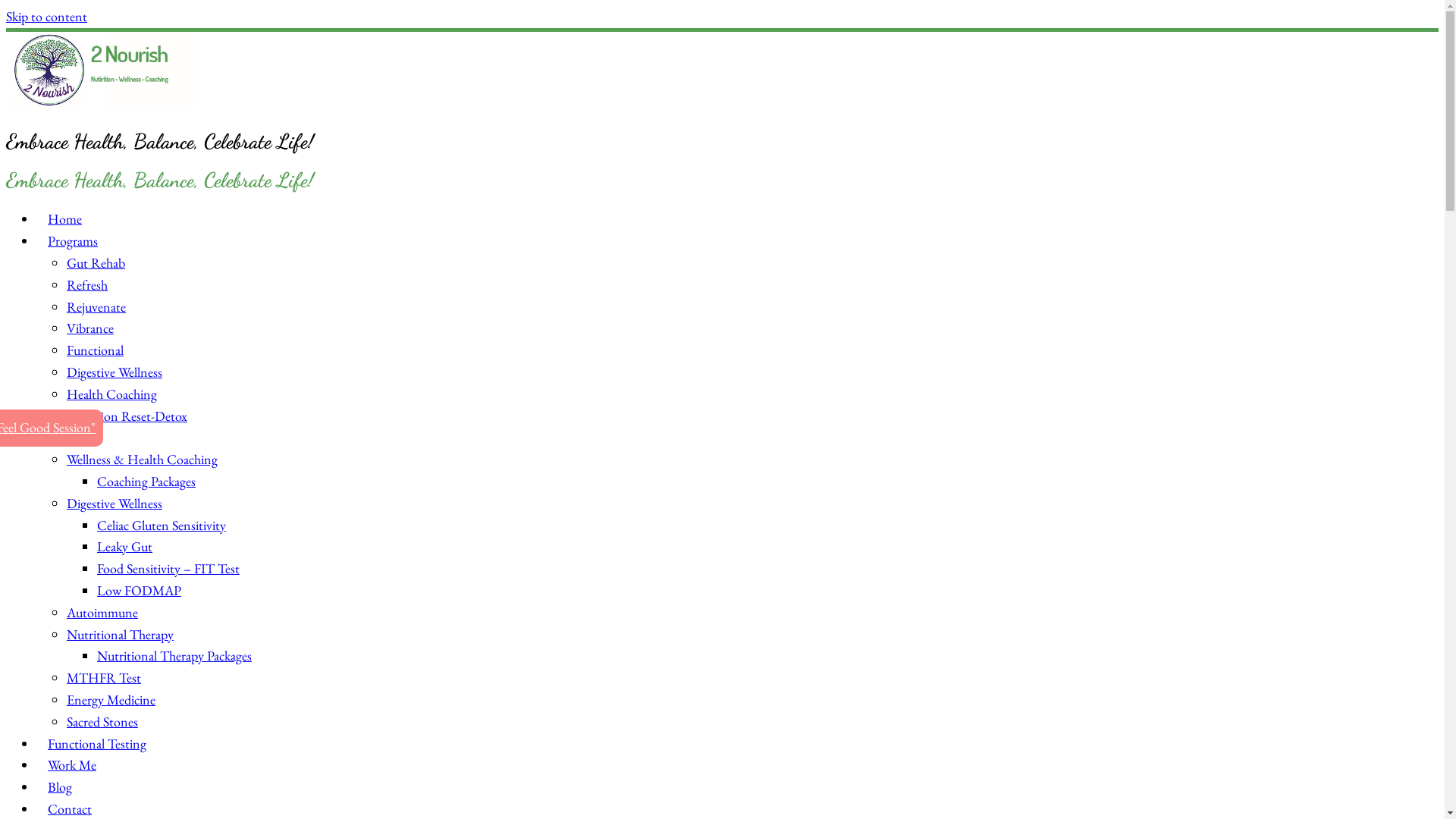 The image size is (1456, 819). Describe the element at coordinates (72, 240) in the screenshot. I see `'Programs'` at that location.